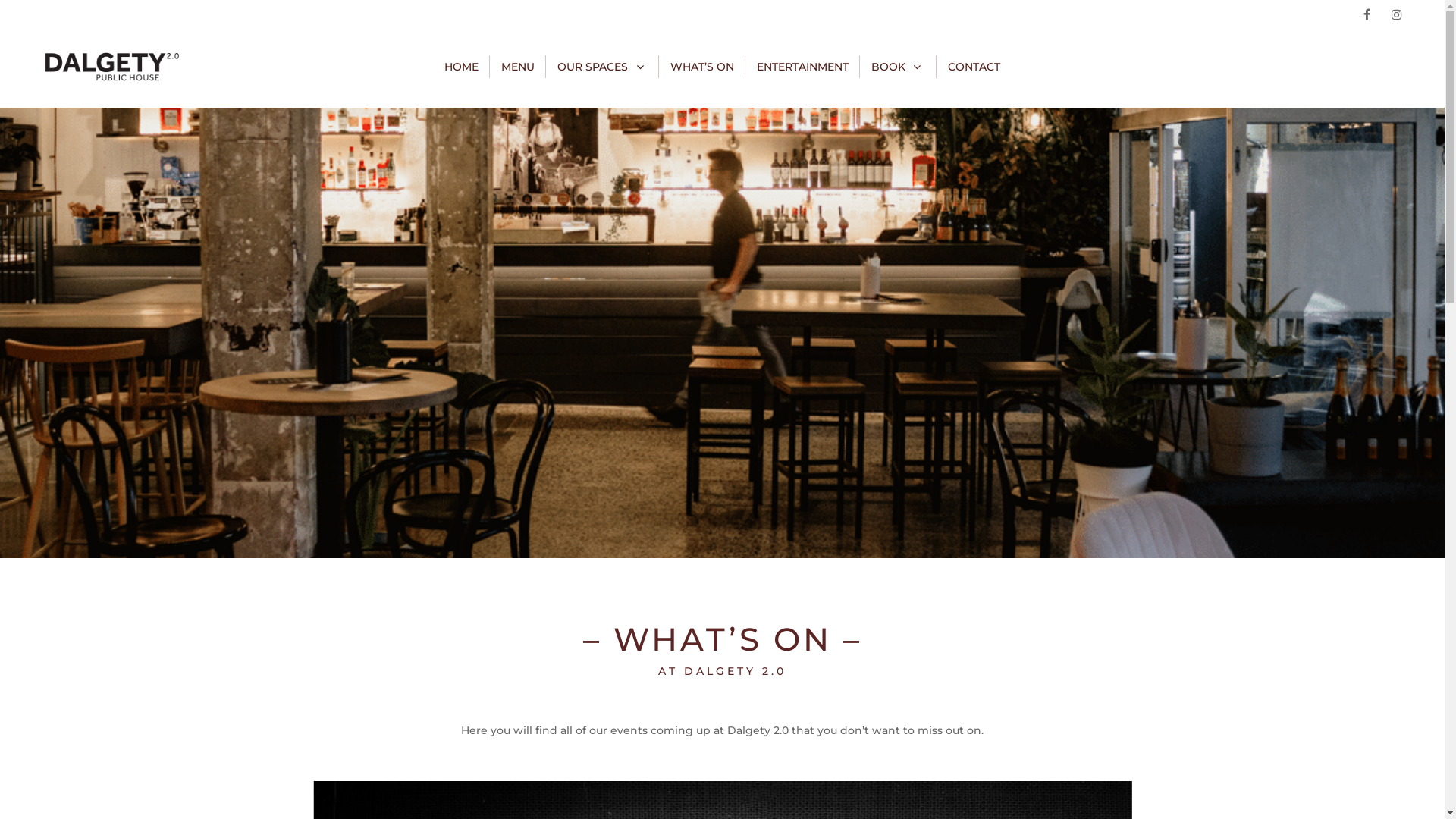 The image size is (1456, 819). I want to click on 'BOOK', so click(871, 66).